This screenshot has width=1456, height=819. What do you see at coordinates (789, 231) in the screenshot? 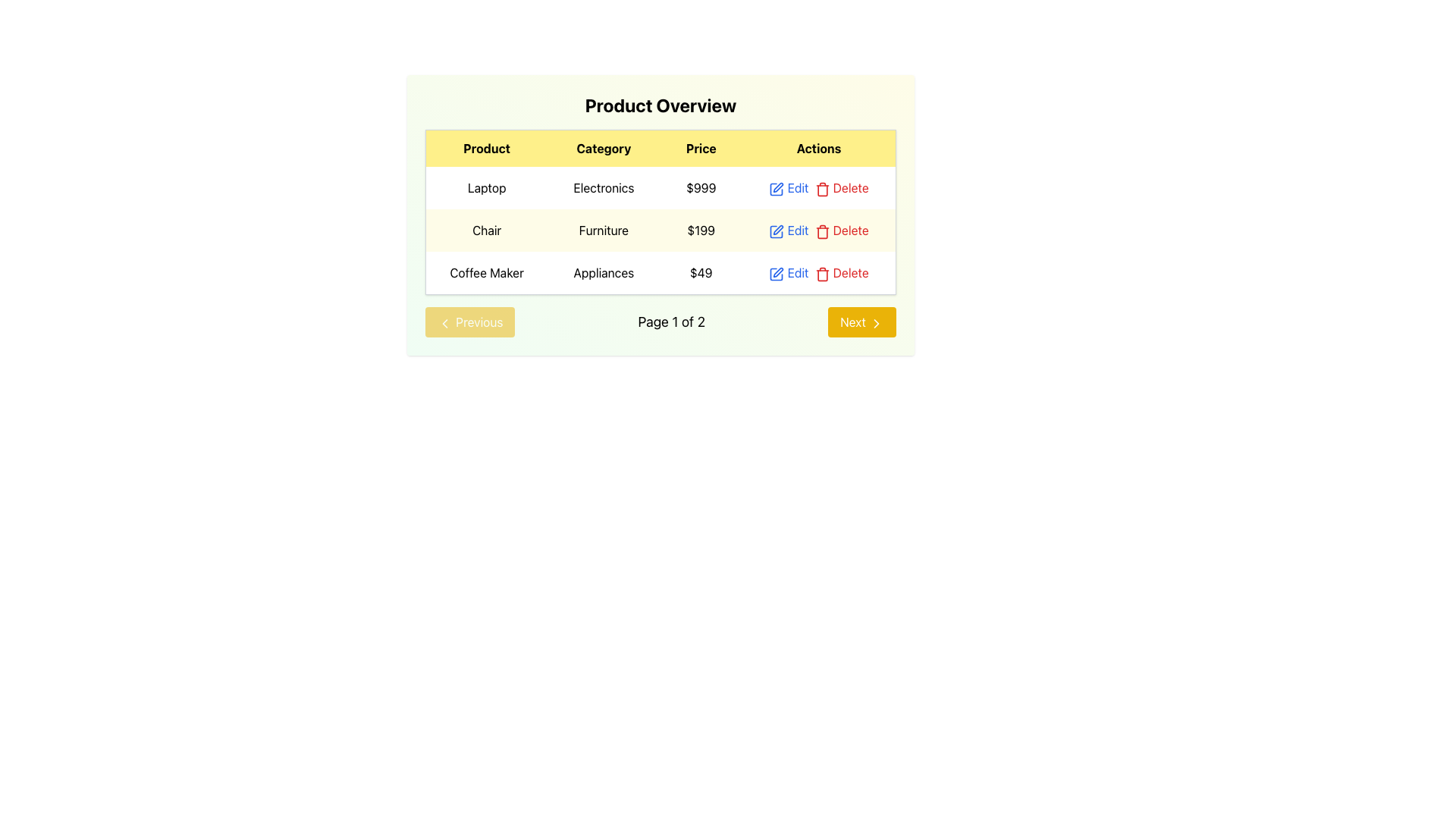
I see `the 'Edit' button, which is styled with blue text and an underline effect when hovered, positioned under the 'Actions' column in the 'Chair' row, to initiate editing` at bounding box center [789, 231].